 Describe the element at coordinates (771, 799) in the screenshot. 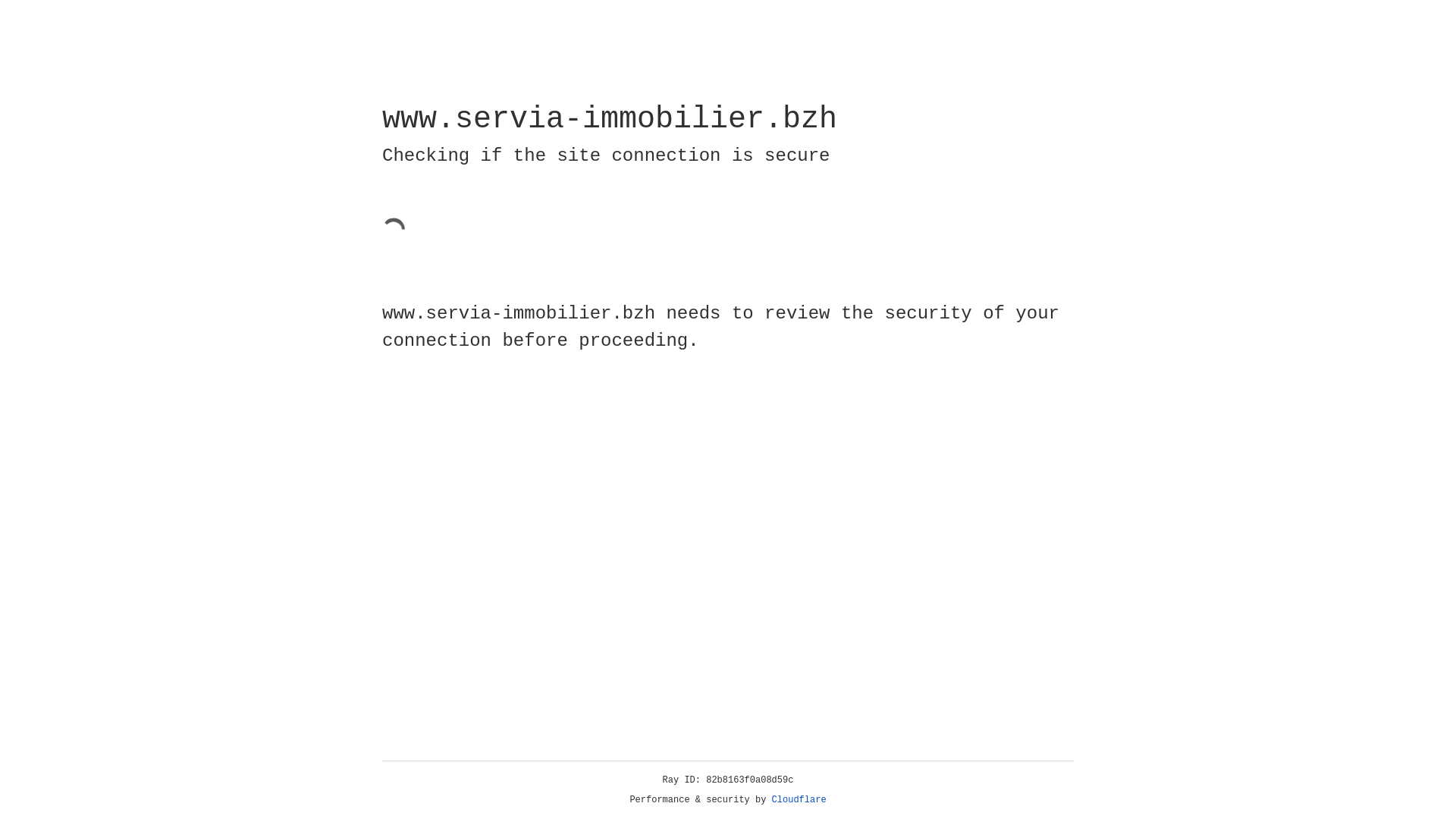

I see `'Cloudflare'` at that location.